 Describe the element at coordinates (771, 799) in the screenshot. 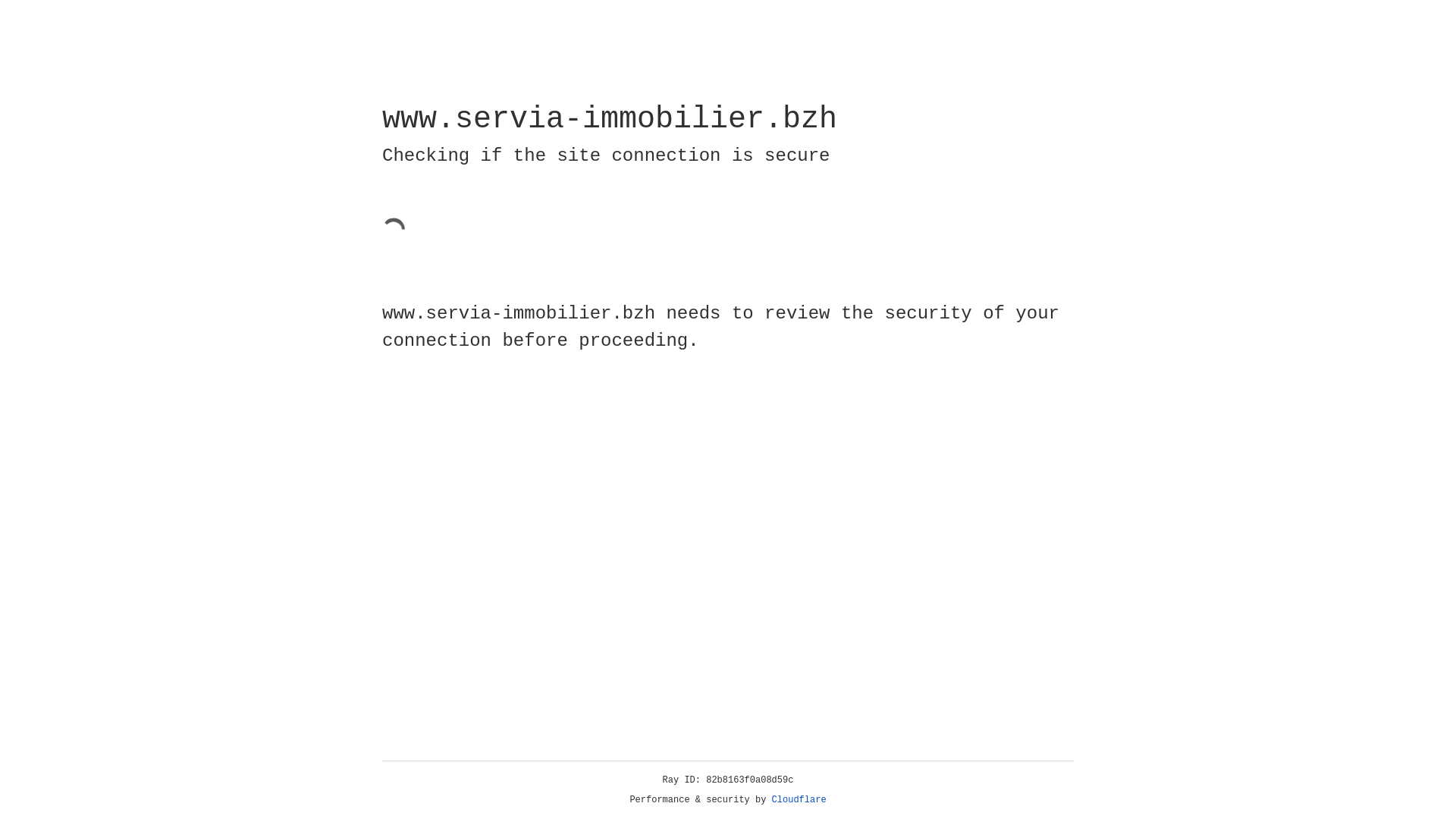

I see `'Cloudflare'` at that location.